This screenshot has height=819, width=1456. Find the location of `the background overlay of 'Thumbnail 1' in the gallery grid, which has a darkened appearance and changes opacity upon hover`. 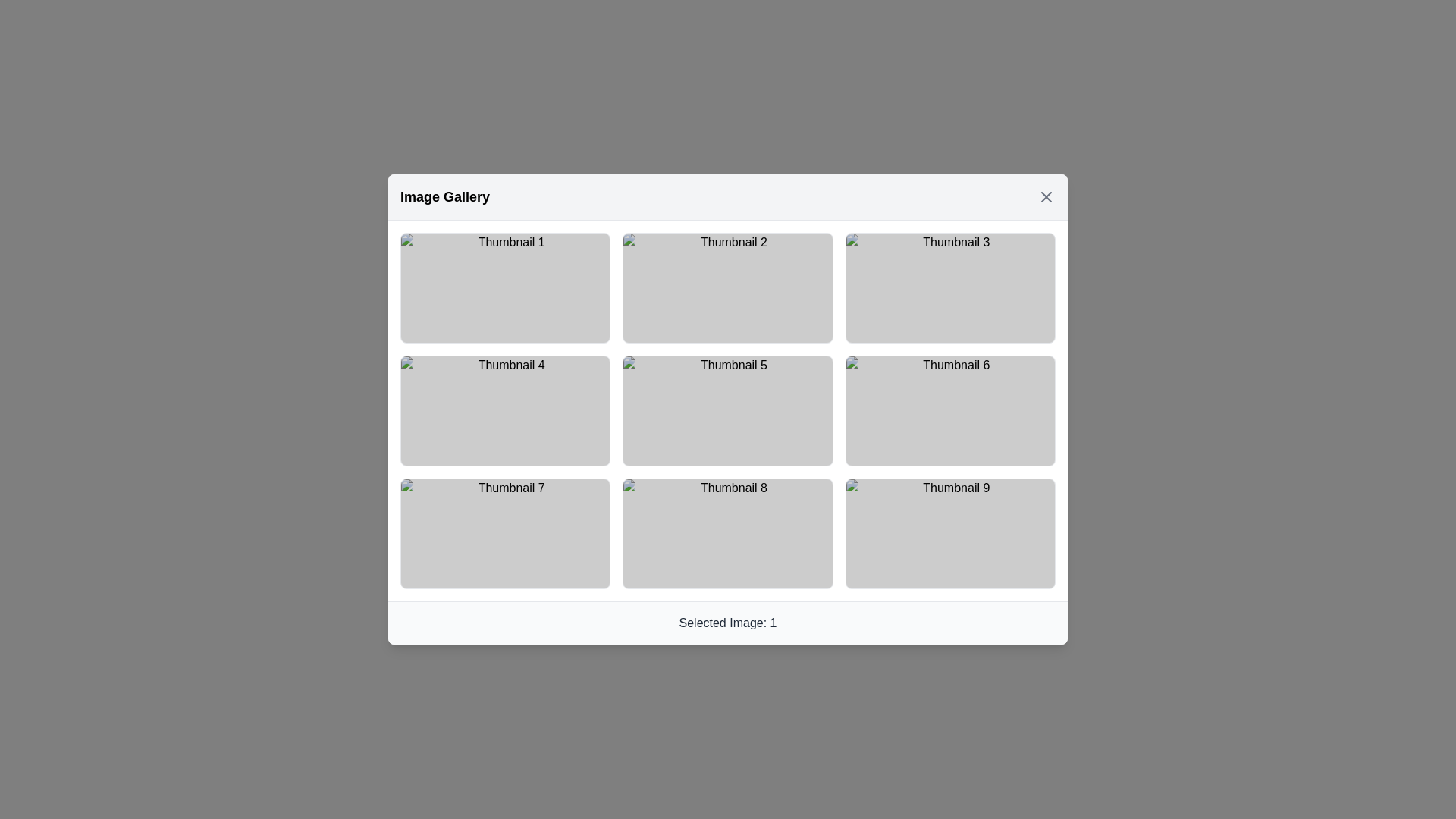

the background overlay of 'Thumbnail 1' in the gallery grid, which has a darkened appearance and changes opacity upon hover is located at coordinates (505, 288).